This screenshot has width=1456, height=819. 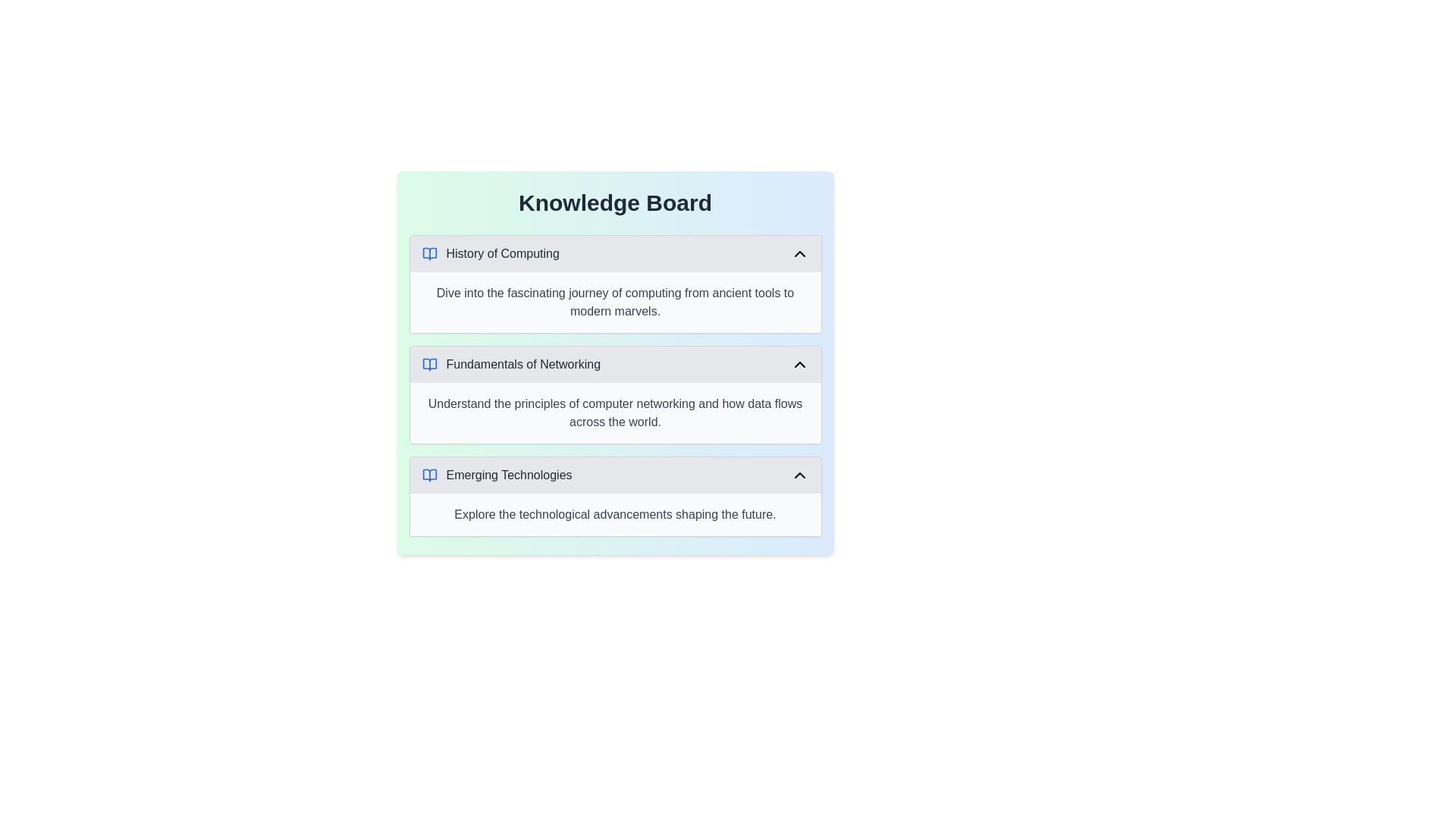 What do you see at coordinates (428, 475) in the screenshot?
I see `the decorative graphic icon that represents the 'Emerging Technologies' label in the list, located to the left of the label's text` at bounding box center [428, 475].